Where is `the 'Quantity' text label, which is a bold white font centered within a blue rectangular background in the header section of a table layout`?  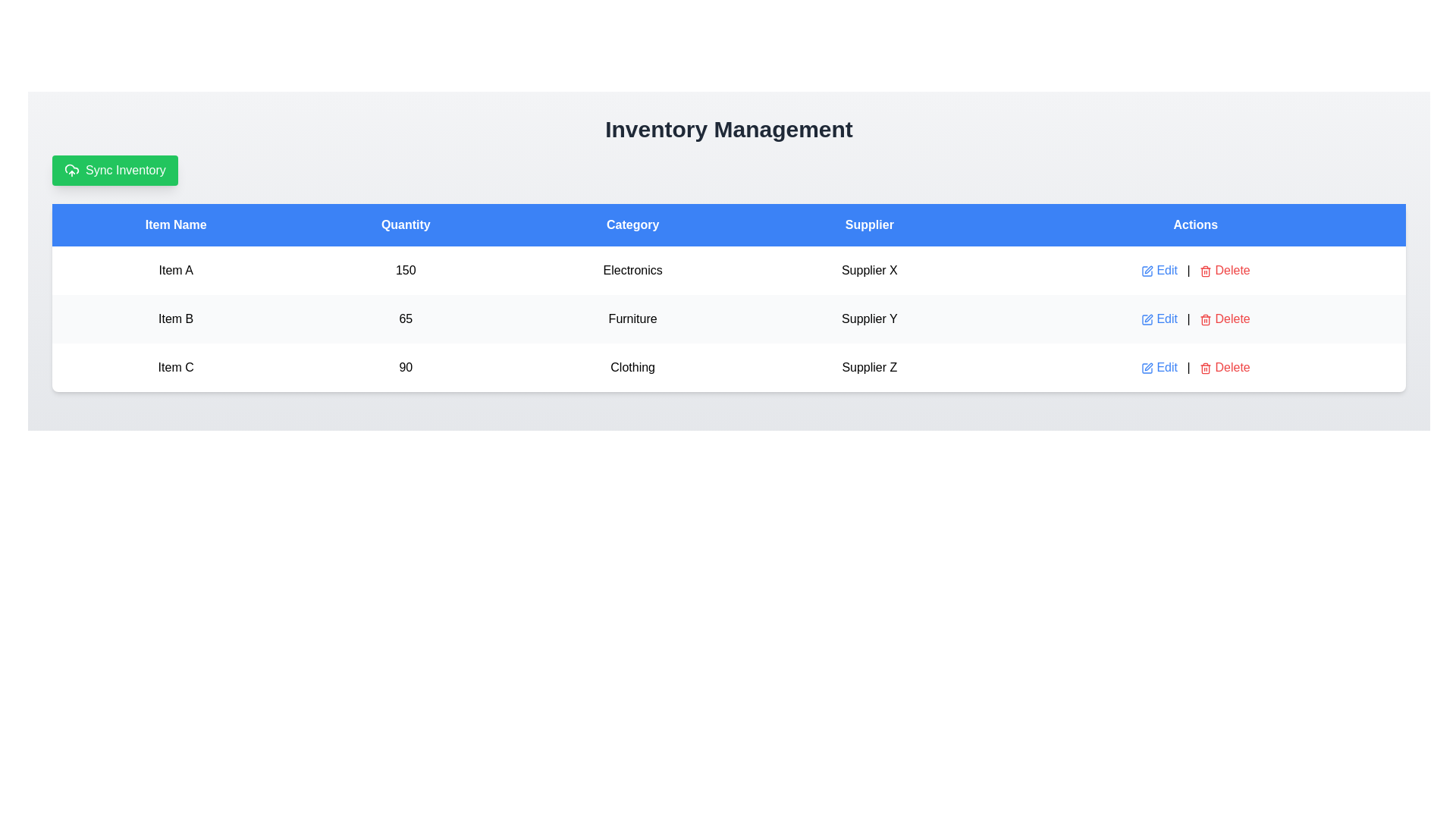 the 'Quantity' text label, which is a bold white font centered within a blue rectangular background in the header section of a table layout is located at coordinates (406, 225).